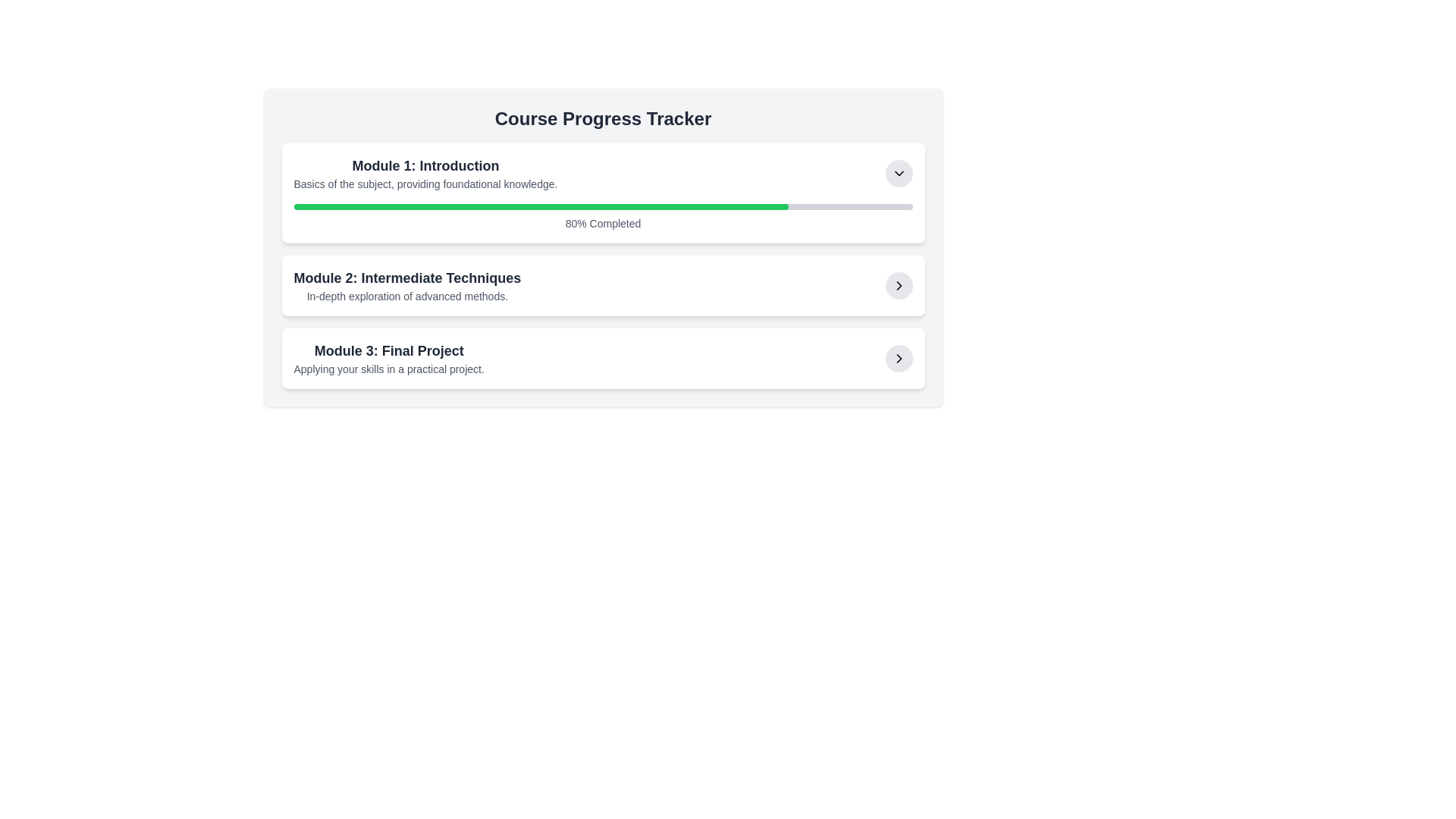 Image resolution: width=1456 pixels, height=819 pixels. I want to click on the right-facing arrow icon within the SVG graphical element located in the bottom-right corner of the 'Module 3: Final Project' section in the 'Course Progress Tracker' interface, so click(899, 286).